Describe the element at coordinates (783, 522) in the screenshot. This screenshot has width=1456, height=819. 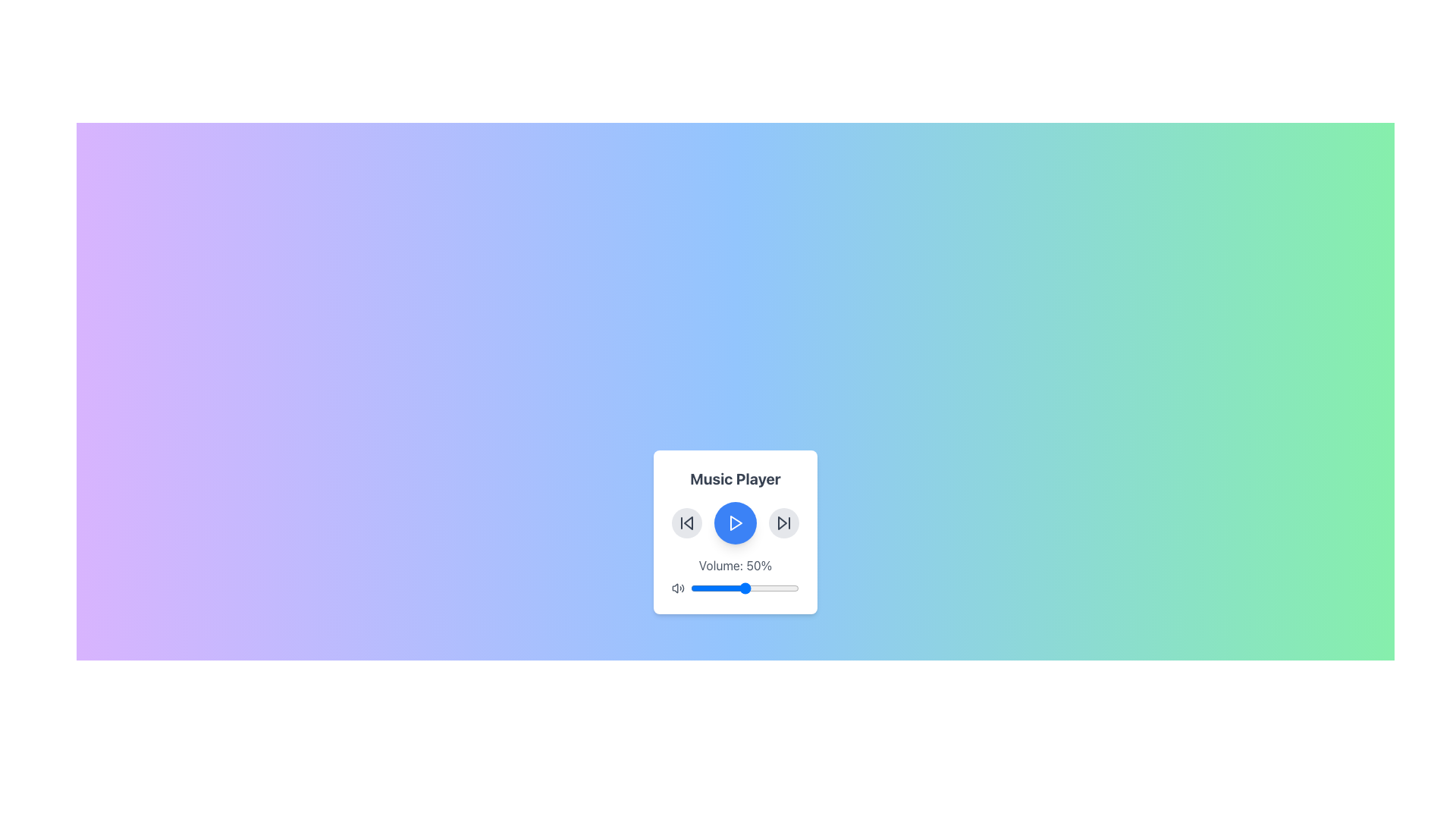
I see `the rightmost button in the top row of controls within the music player interface to skip to the next track` at that location.